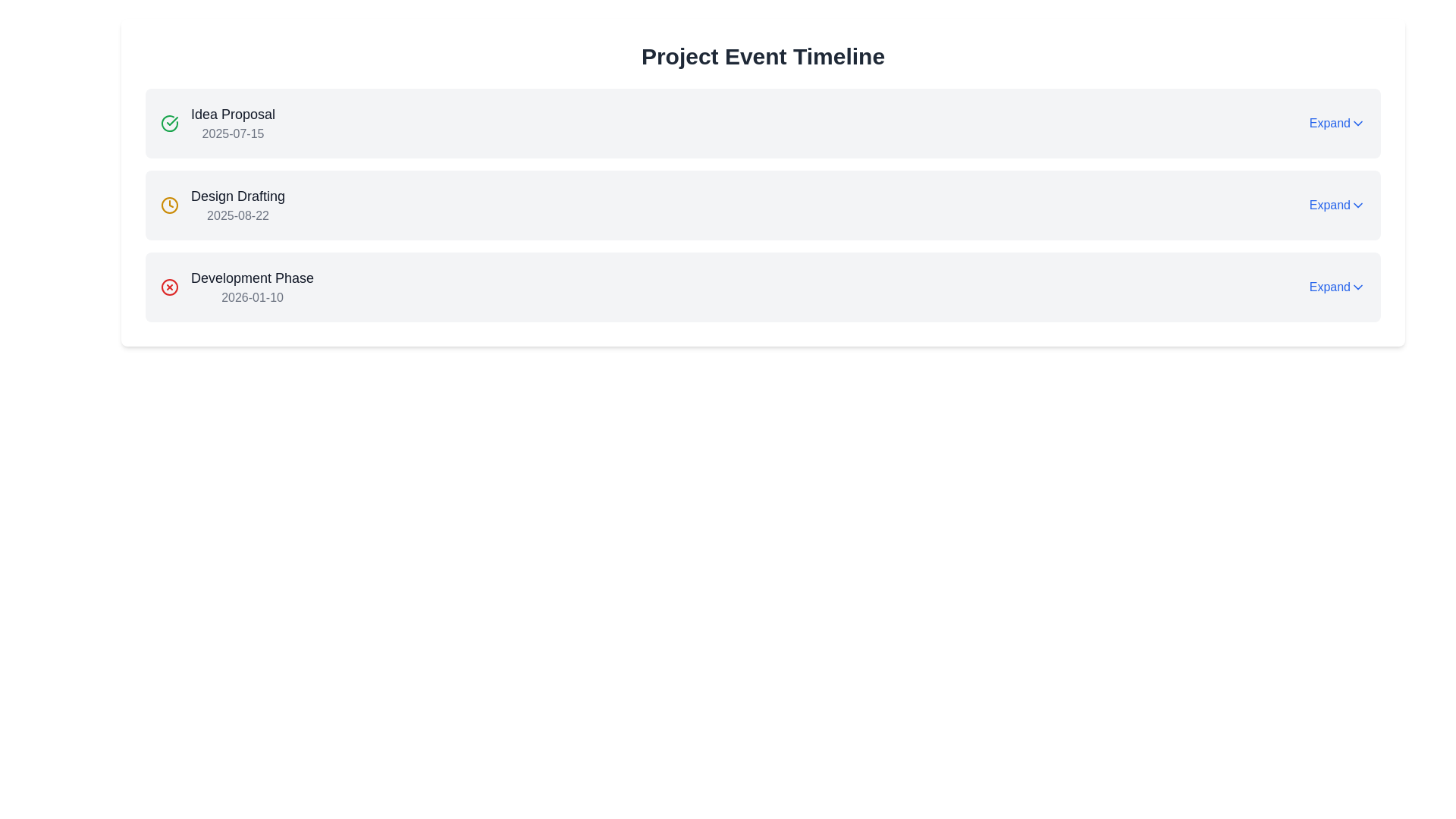 This screenshot has width=1456, height=819. What do you see at coordinates (172, 120) in the screenshot?
I see `the green checkmark icon indicating success, located next to the text 'Idea Proposal - 2025-07-15' in the 'Project Event Timeline' list` at bounding box center [172, 120].